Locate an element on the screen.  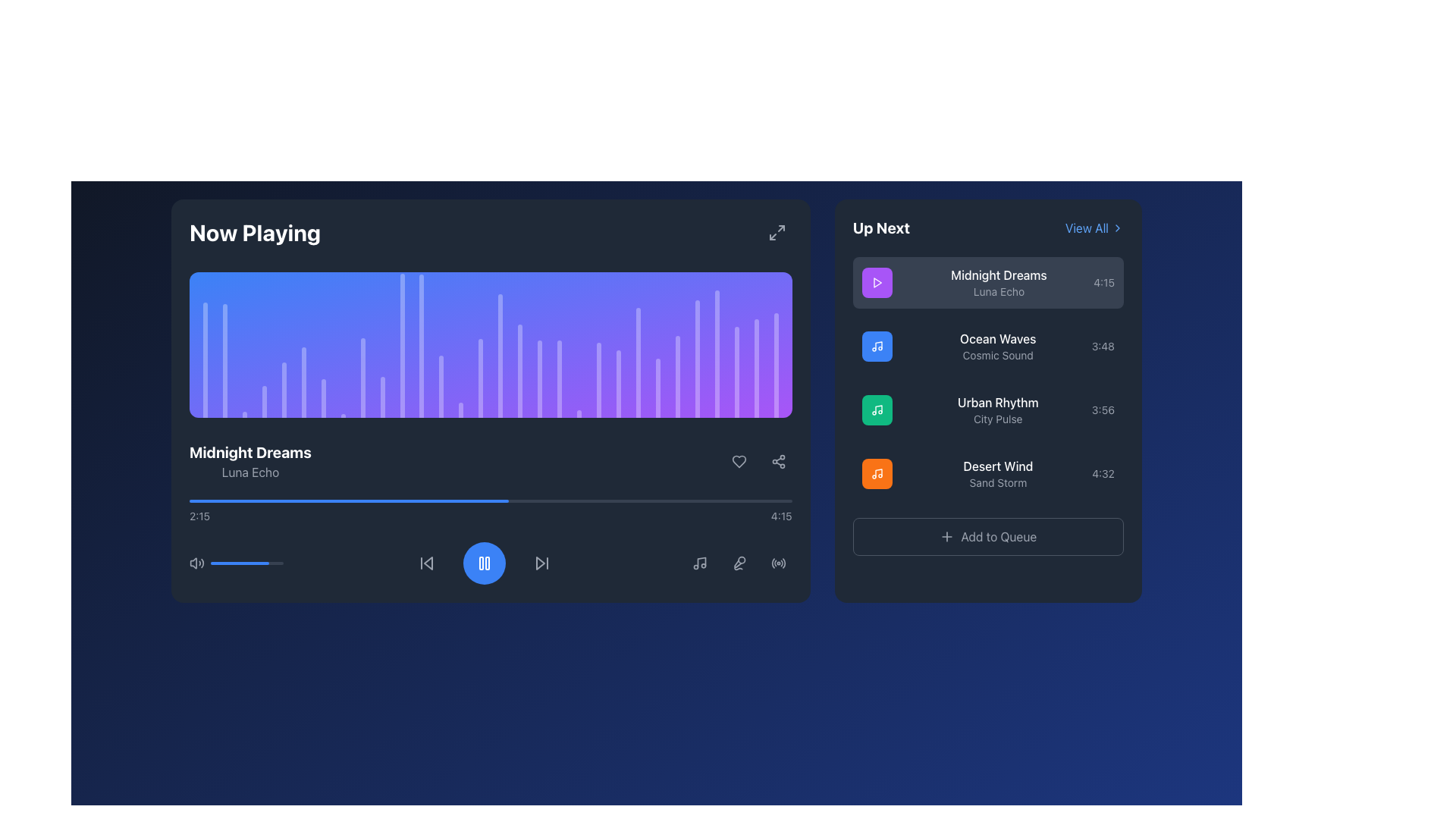
the rightward-pointing chevron icon located to the right of the 'View All' text in the 'Up Next' section is located at coordinates (1117, 227).